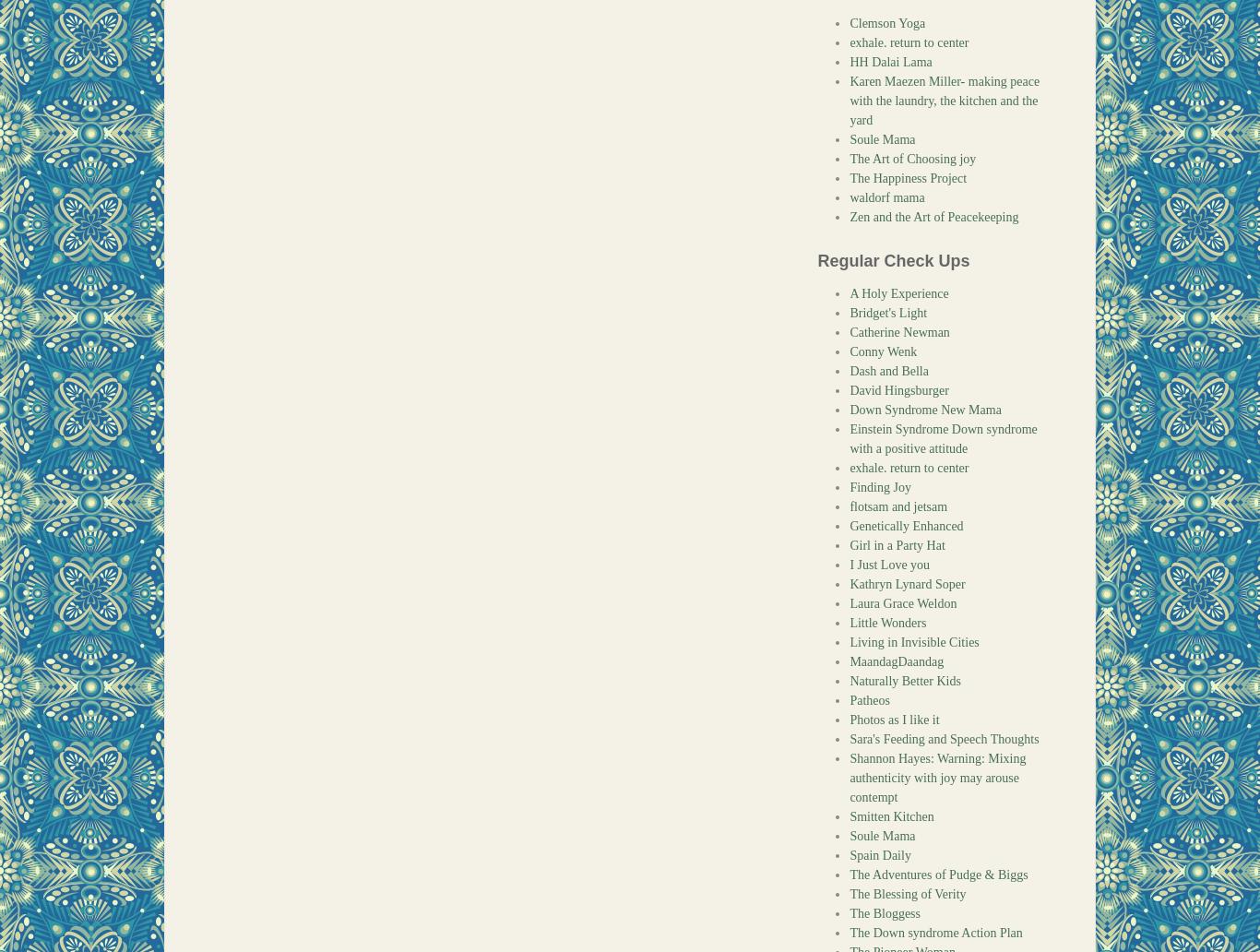 This screenshot has width=1260, height=952. I want to click on 'Naturally Better Kids', so click(905, 680).